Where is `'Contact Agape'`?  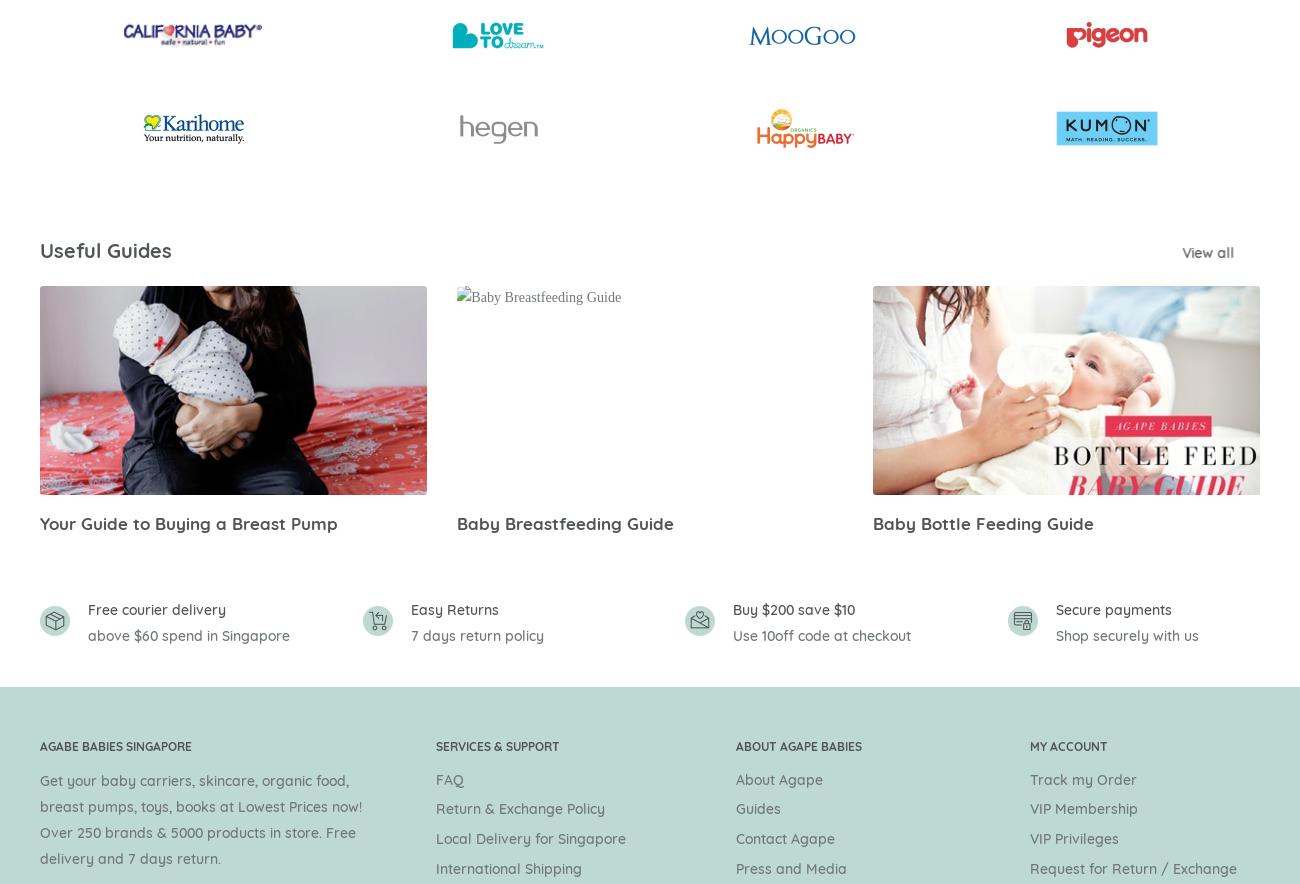
'Contact Agape' is located at coordinates (784, 839).